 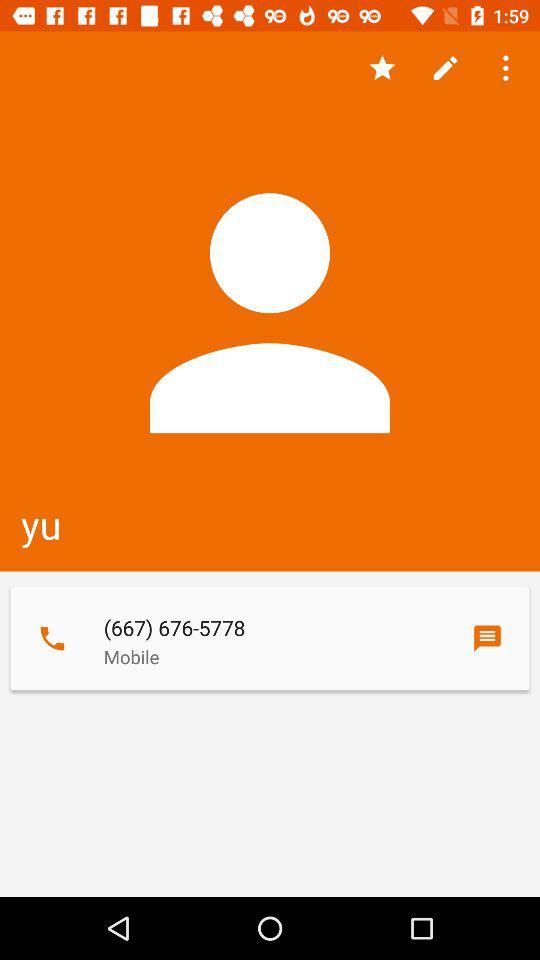 What do you see at coordinates (382, 68) in the screenshot?
I see `icon above yu` at bounding box center [382, 68].